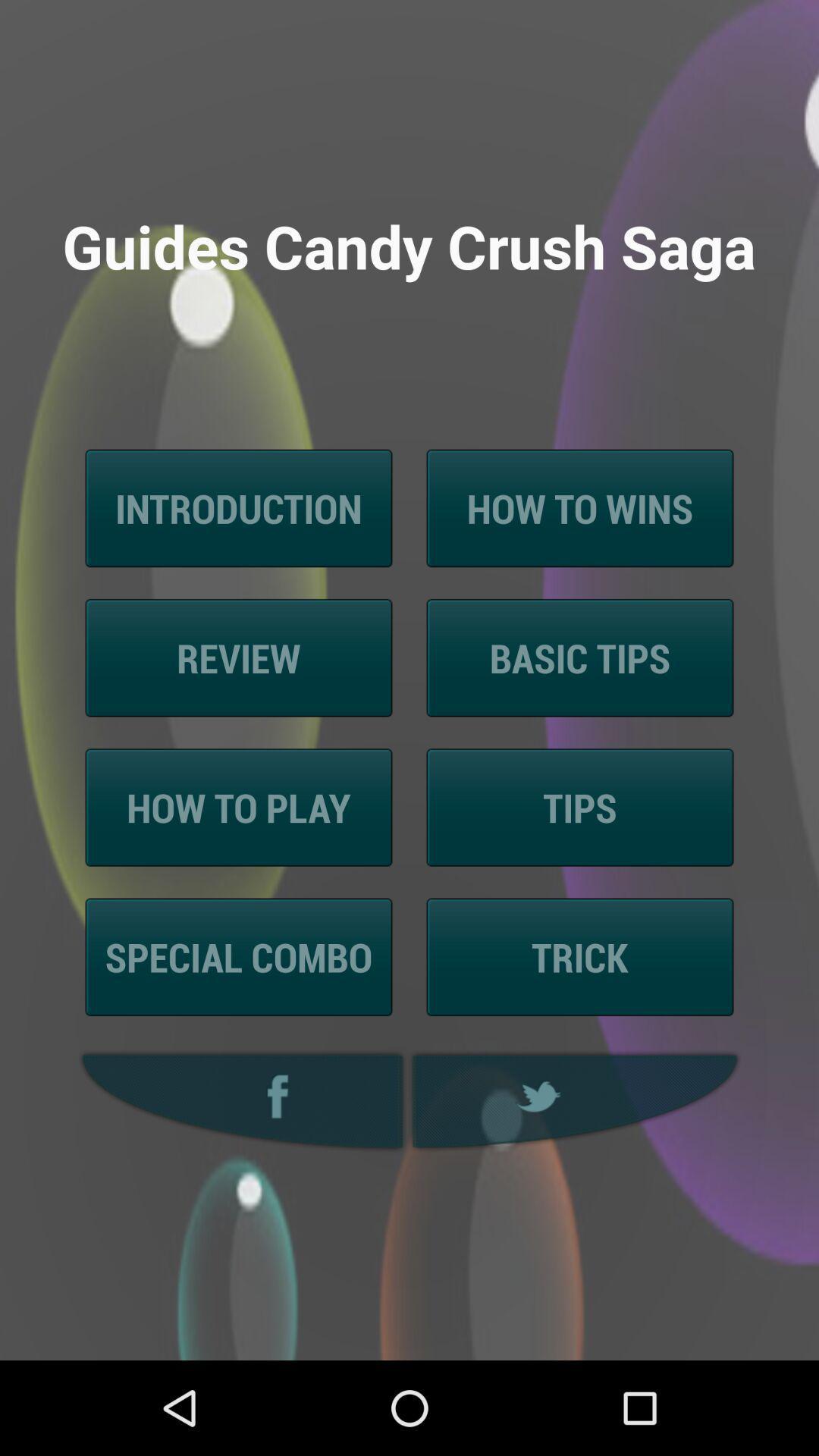 This screenshot has width=819, height=1456. Describe the element at coordinates (579, 657) in the screenshot. I see `the icon to the right of the review` at that location.